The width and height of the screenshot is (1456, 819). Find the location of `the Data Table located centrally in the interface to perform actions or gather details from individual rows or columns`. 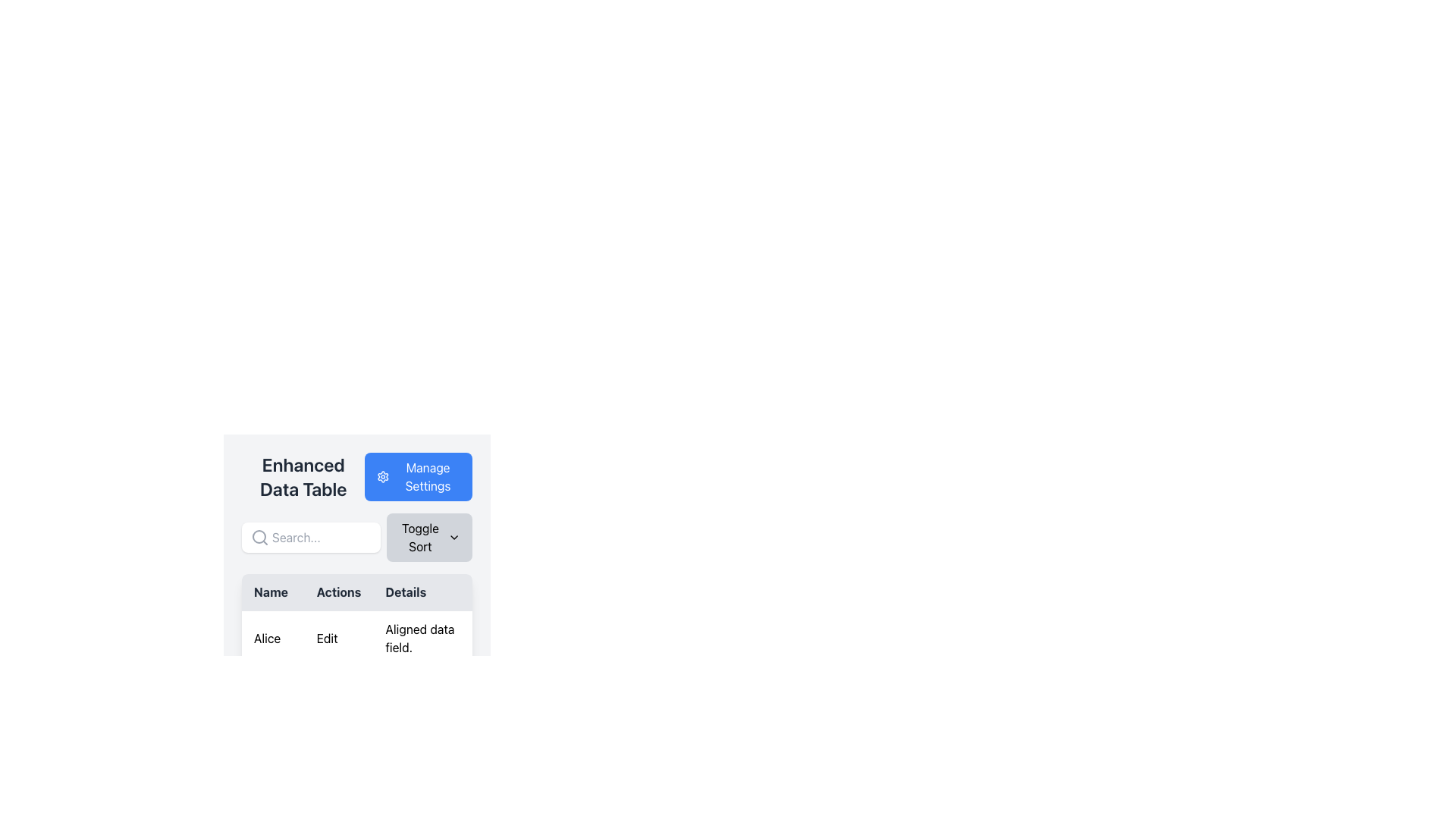

the Data Table located centrally in the interface to perform actions or gather details from individual rows or columns is located at coordinates (356, 674).